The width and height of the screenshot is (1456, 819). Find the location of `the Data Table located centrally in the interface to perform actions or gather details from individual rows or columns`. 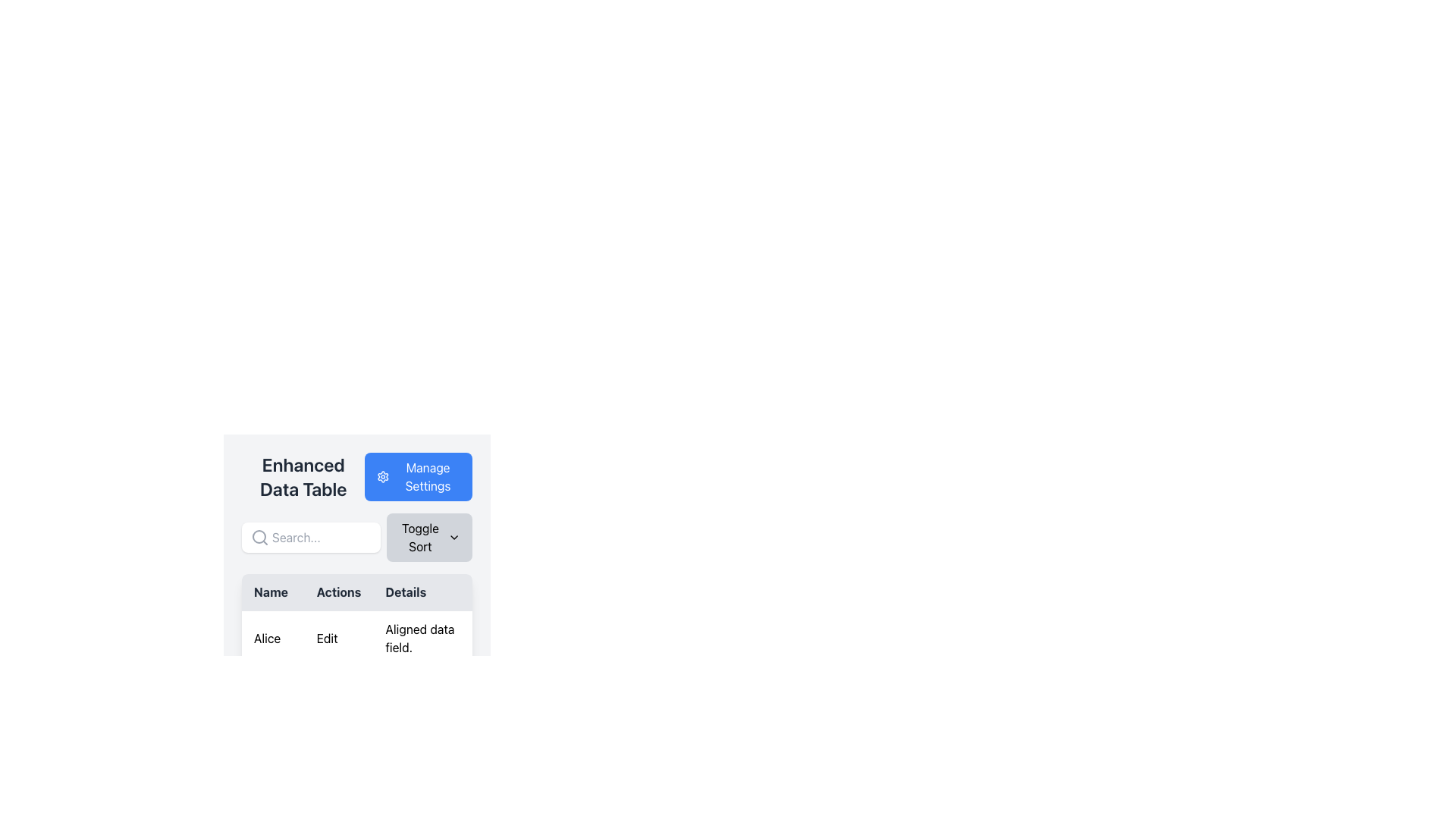

the Data Table located centrally in the interface to perform actions or gather details from individual rows or columns is located at coordinates (356, 674).